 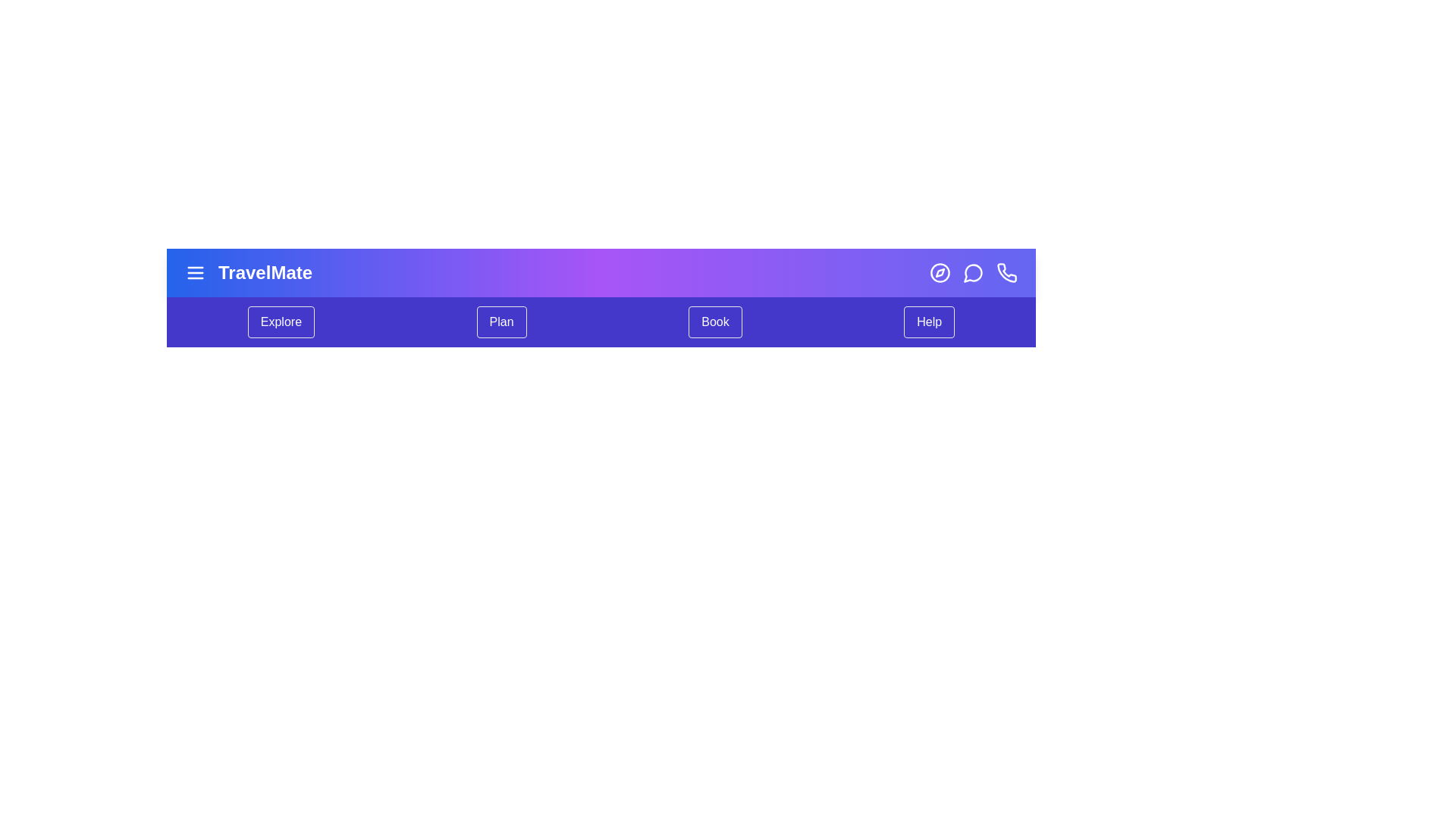 What do you see at coordinates (195, 271) in the screenshot?
I see `the menu icon to toggle the menu visibility` at bounding box center [195, 271].